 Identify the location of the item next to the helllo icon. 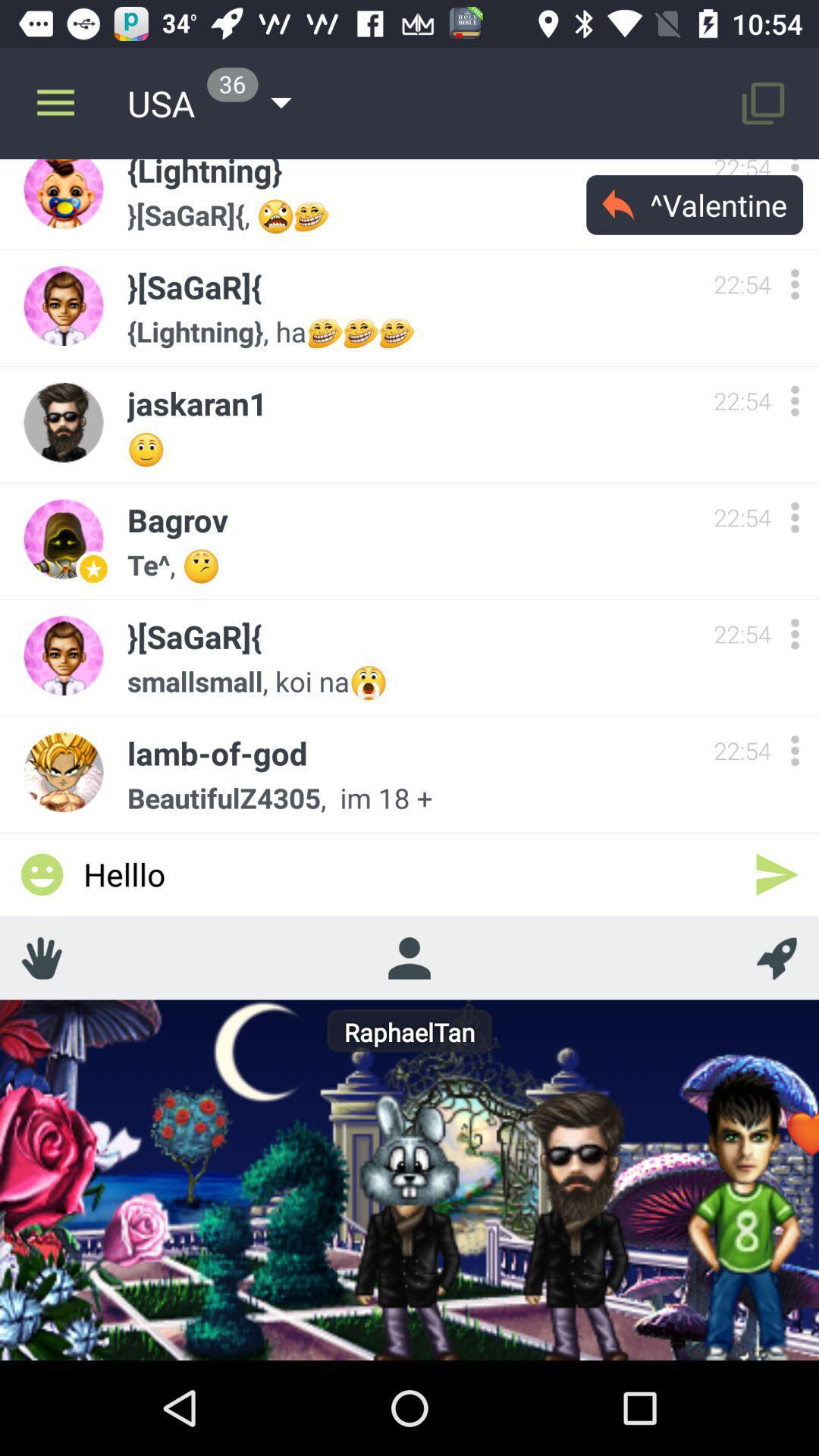
(777, 957).